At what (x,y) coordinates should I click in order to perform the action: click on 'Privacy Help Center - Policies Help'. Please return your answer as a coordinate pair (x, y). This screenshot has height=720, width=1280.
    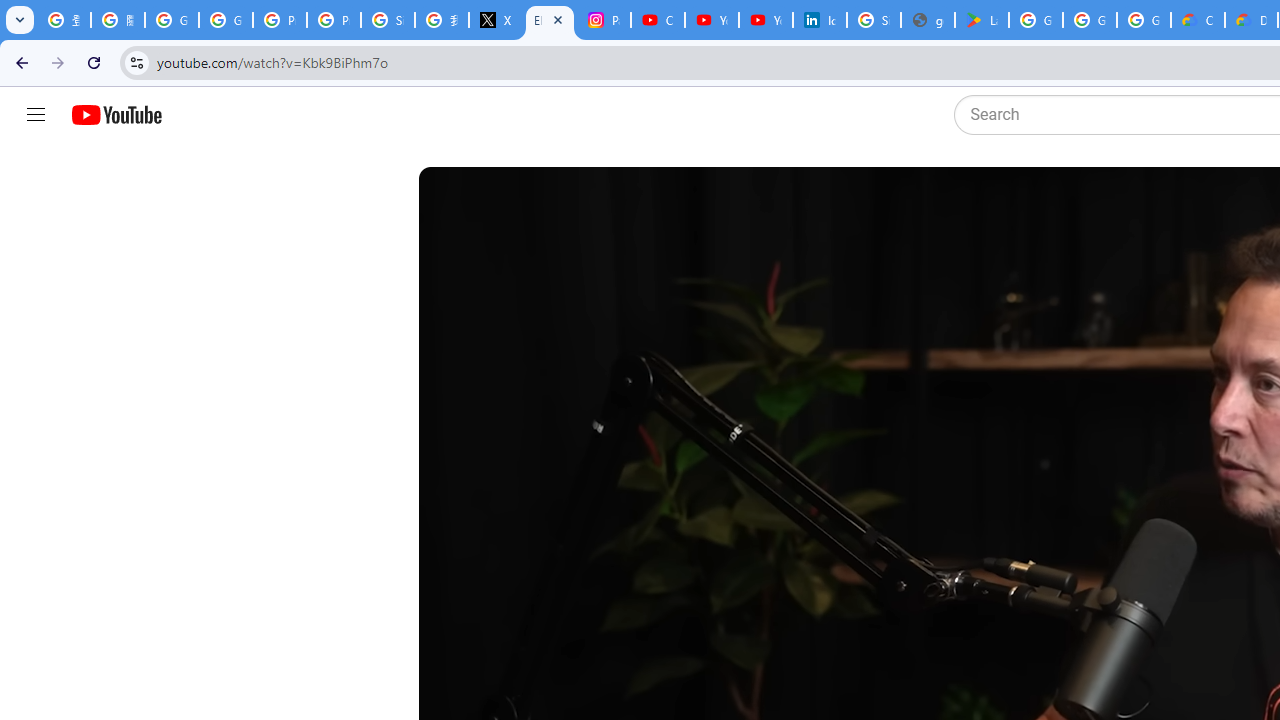
    Looking at the image, I should click on (279, 20).